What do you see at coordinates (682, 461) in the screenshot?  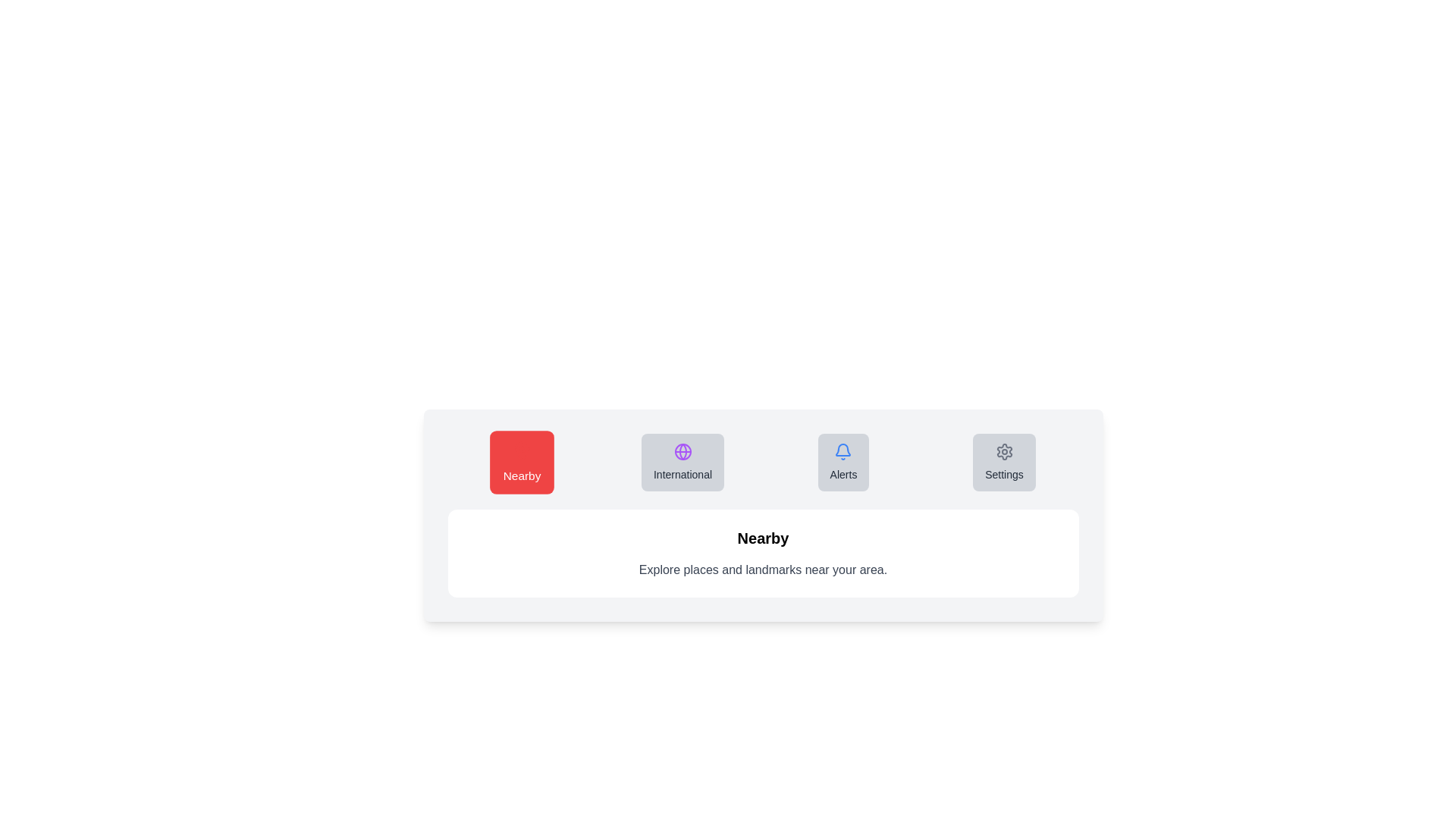 I see `the International tab` at bounding box center [682, 461].